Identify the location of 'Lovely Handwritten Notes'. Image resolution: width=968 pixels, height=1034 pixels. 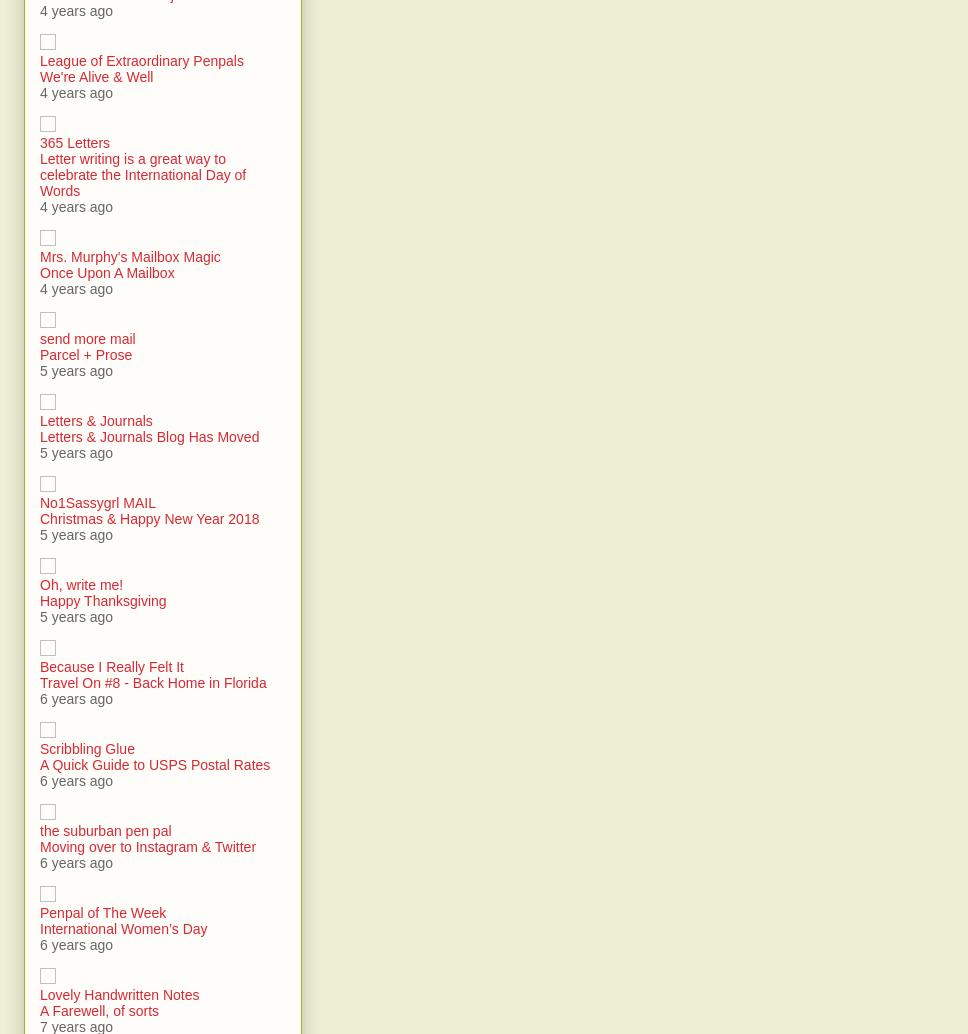
(119, 994).